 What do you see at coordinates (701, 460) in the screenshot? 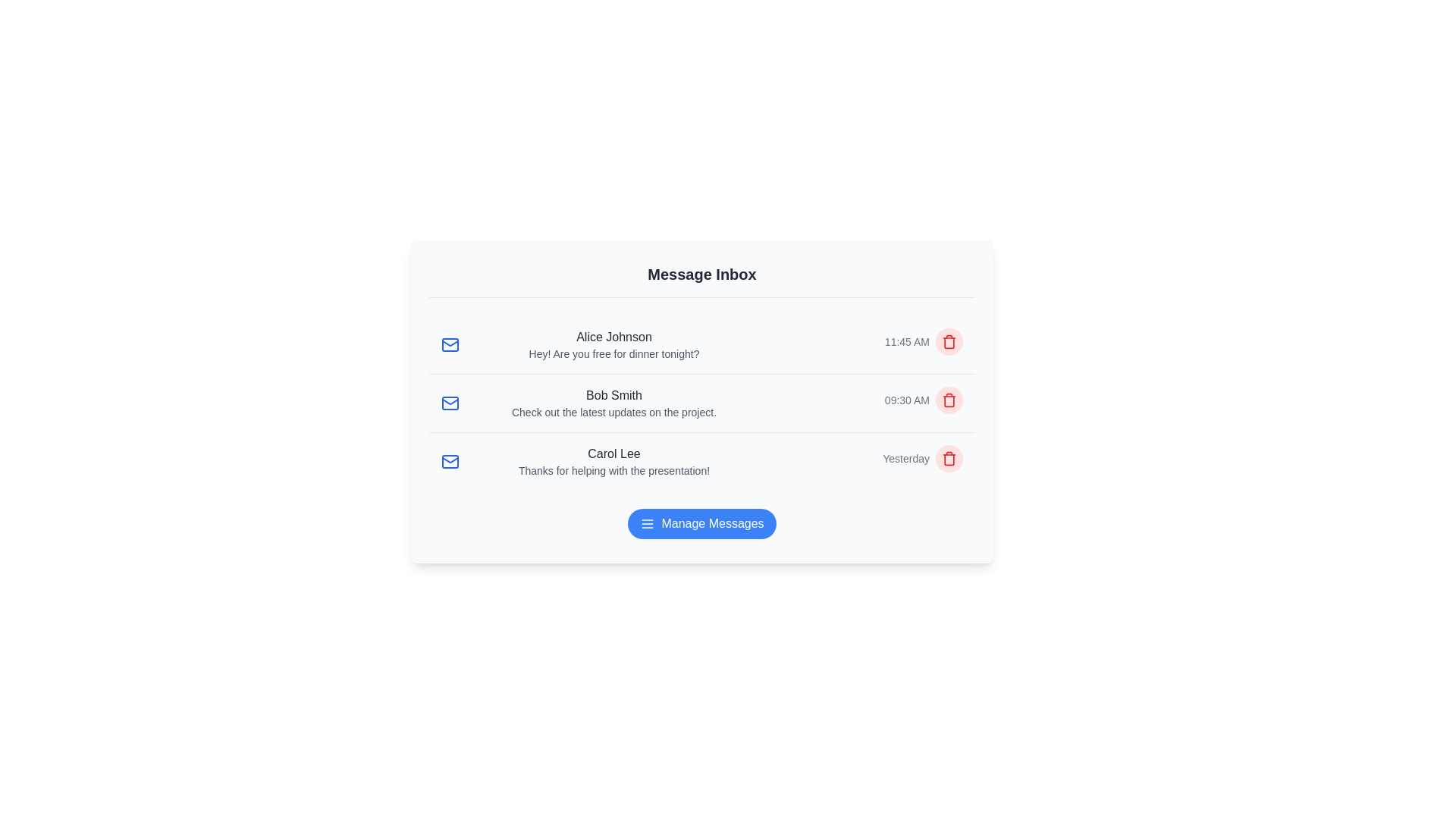
I see `the message row corresponding to Carol Lee` at bounding box center [701, 460].